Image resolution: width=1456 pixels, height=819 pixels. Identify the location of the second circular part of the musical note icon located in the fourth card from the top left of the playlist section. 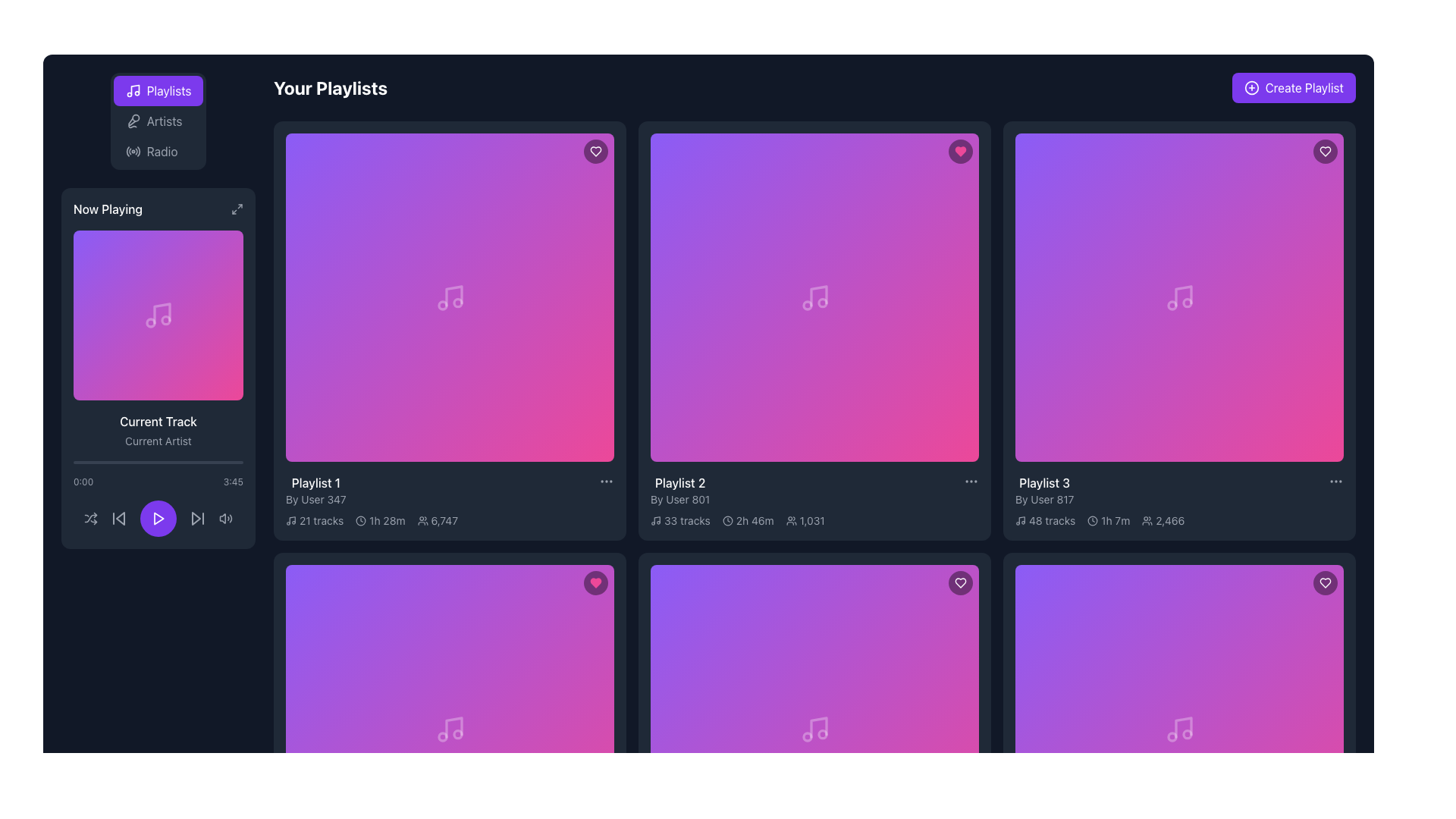
(1186, 303).